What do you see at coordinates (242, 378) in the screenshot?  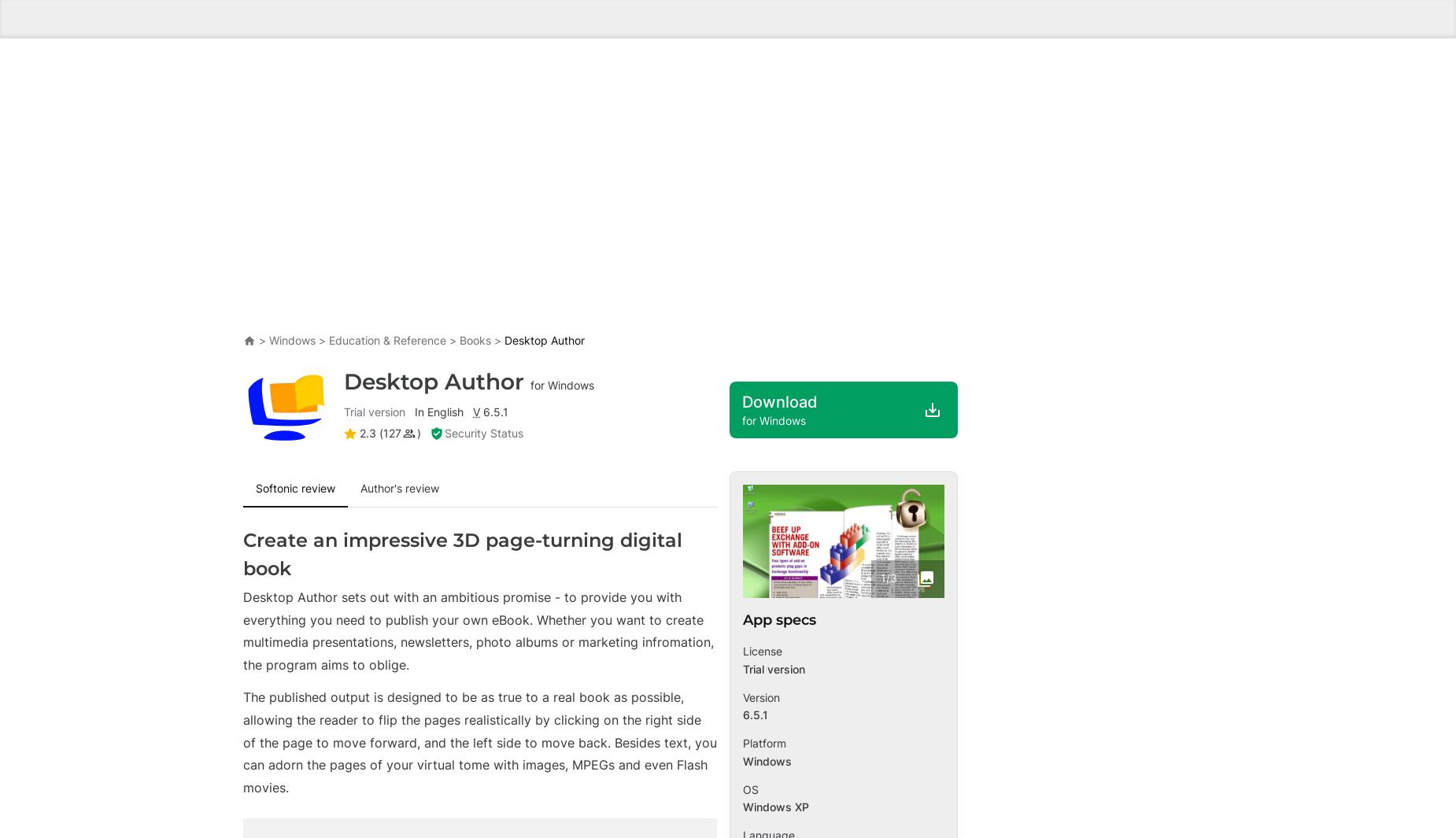 I see `'Related Articles'` at bounding box center [242, 378].